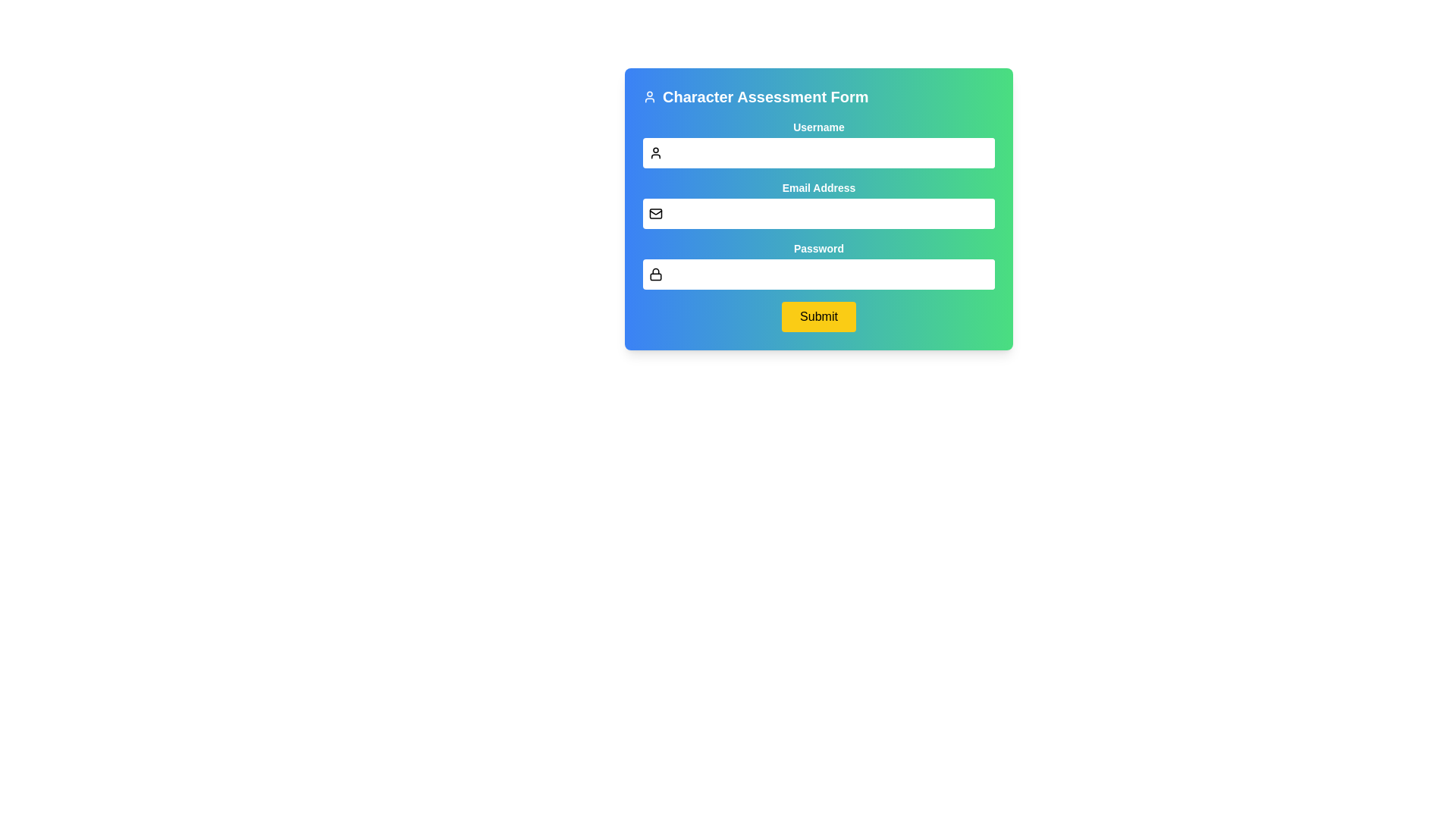 This screenshot has width=1456, height=819. I want to click on the 'Submit' button located at the bottom of the form, so click(818, 315).